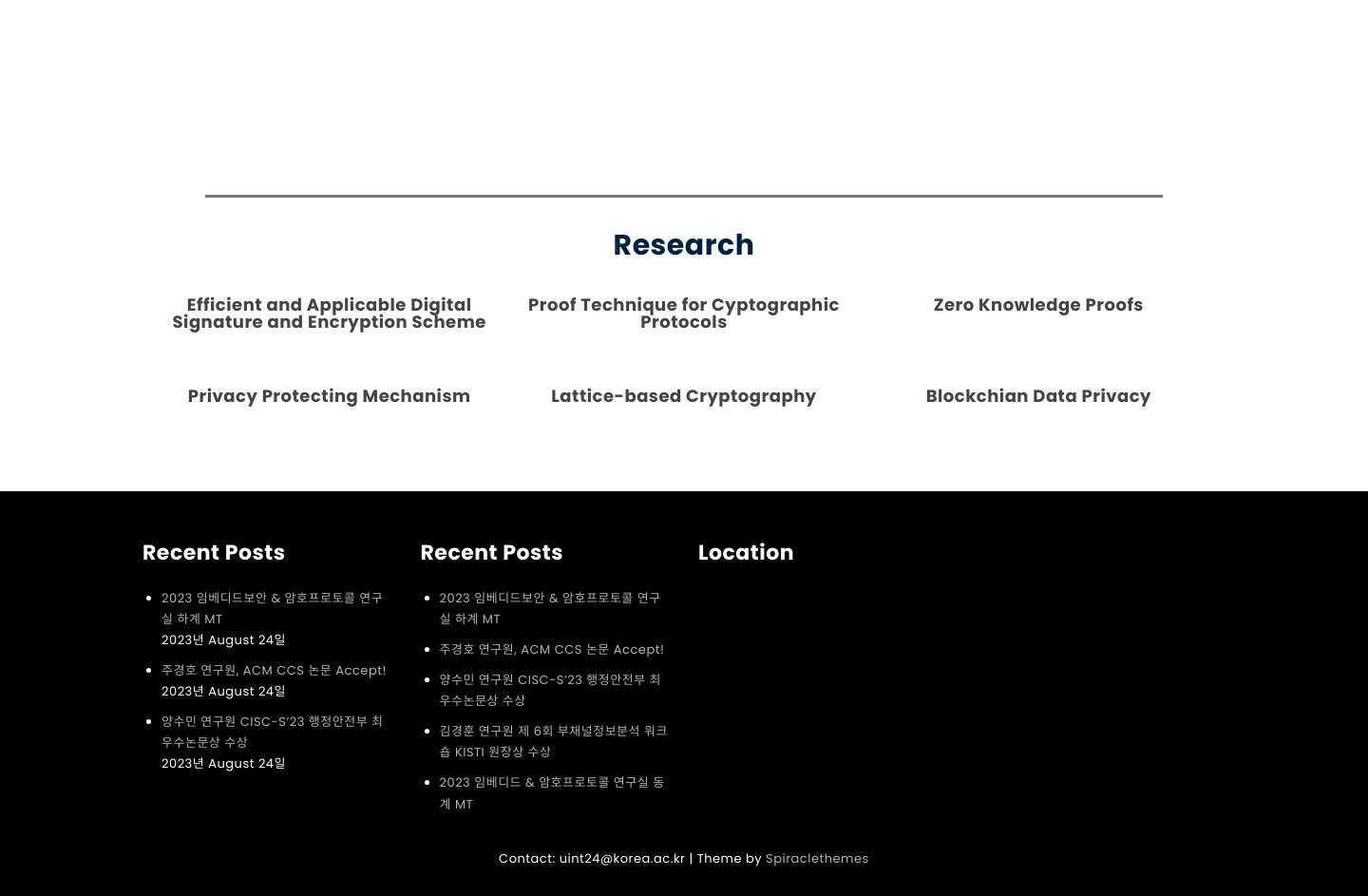 The height and width of the screenshot is (896, 1368). Describe the element at coordinates (683, 394) in the screenshot. I see `'Lattice-based Cryptography'` at that location.